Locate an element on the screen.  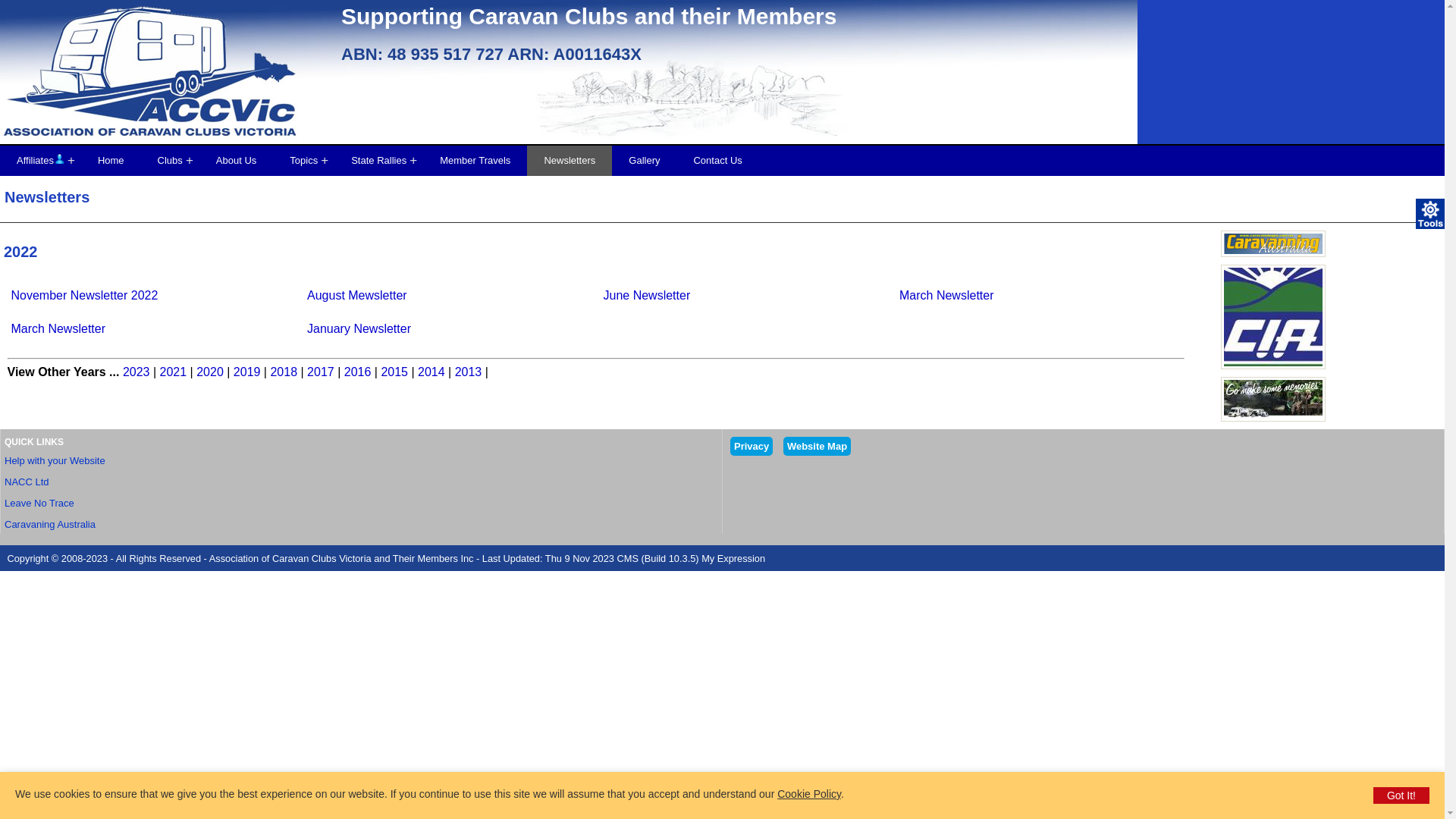
'2015' is located at coordinates (394, 372).